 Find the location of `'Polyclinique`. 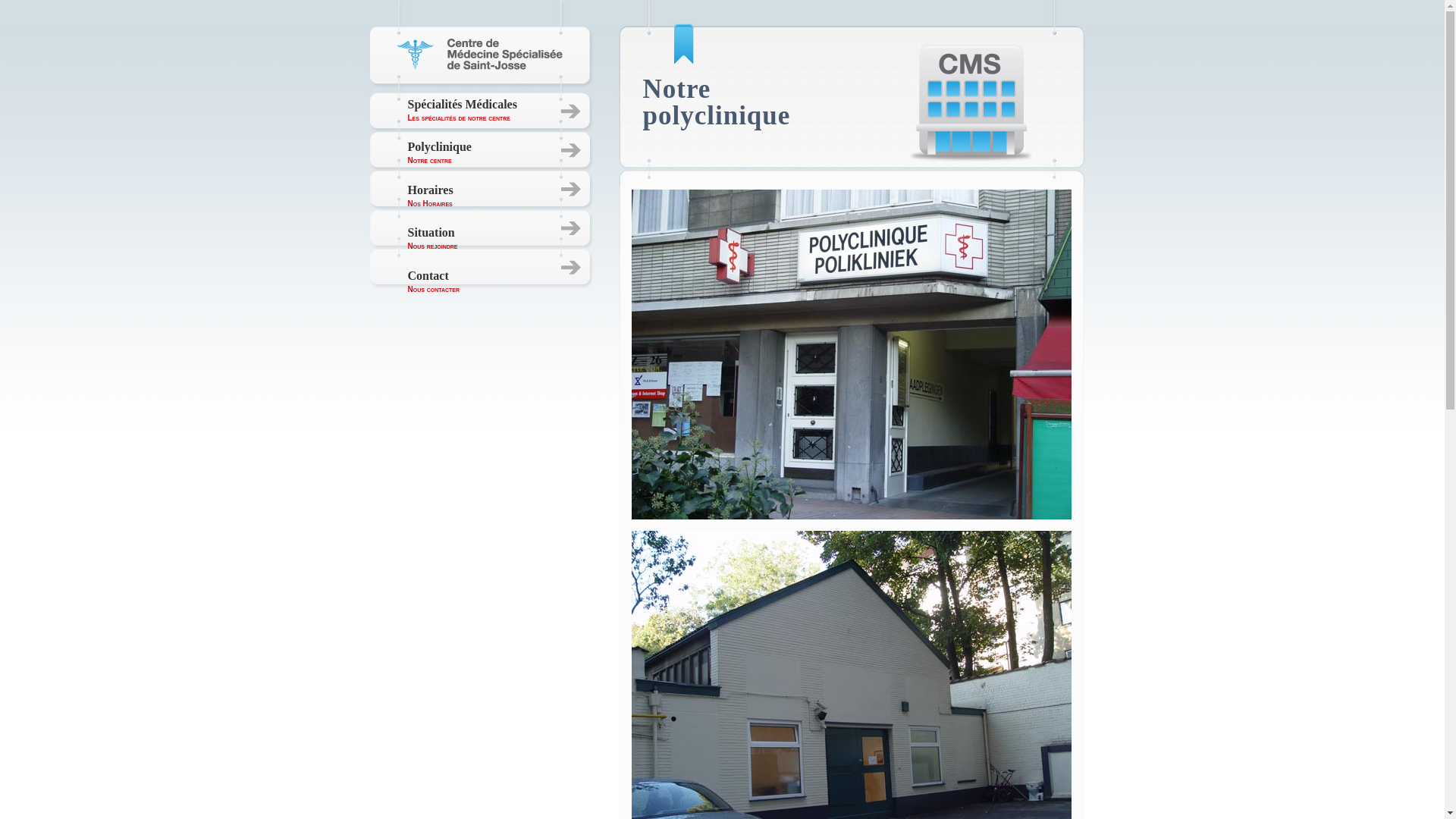

'Polyclinique is located at coordinates (407, 152).